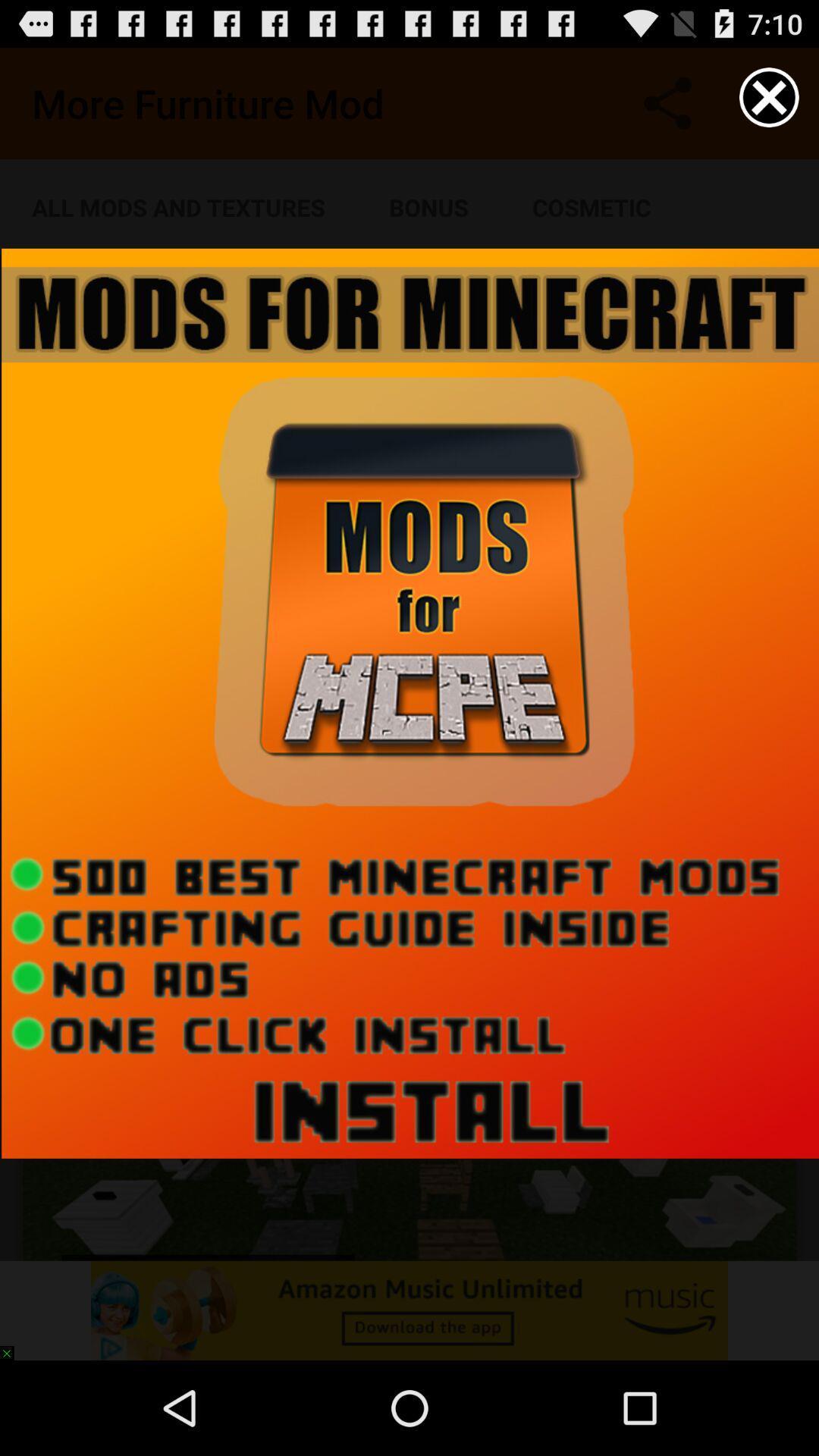 This screenshot has height=1456, width=819. Describe the element at coordinates (769, 103) in the screenshot. I see `the close icon` at that location.